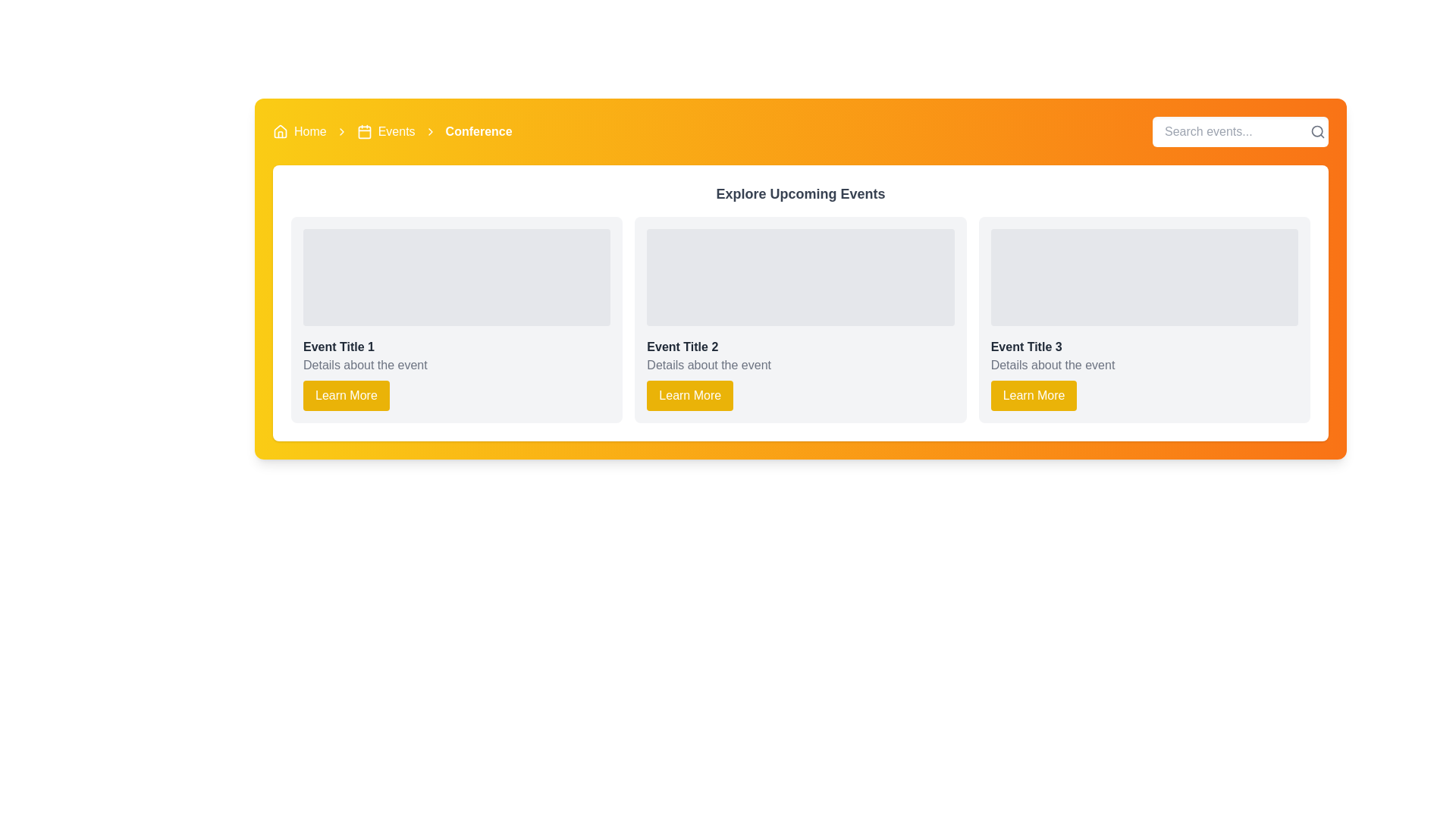 This screenshot has height=819, width=1456. What do you see at coordinates (337, 347) in the screenshot?
I see `the text label 'Event Title 1', which is prominently displayed in bold dark gray color as a subheading within the event card` at bounding box center [337, 347].